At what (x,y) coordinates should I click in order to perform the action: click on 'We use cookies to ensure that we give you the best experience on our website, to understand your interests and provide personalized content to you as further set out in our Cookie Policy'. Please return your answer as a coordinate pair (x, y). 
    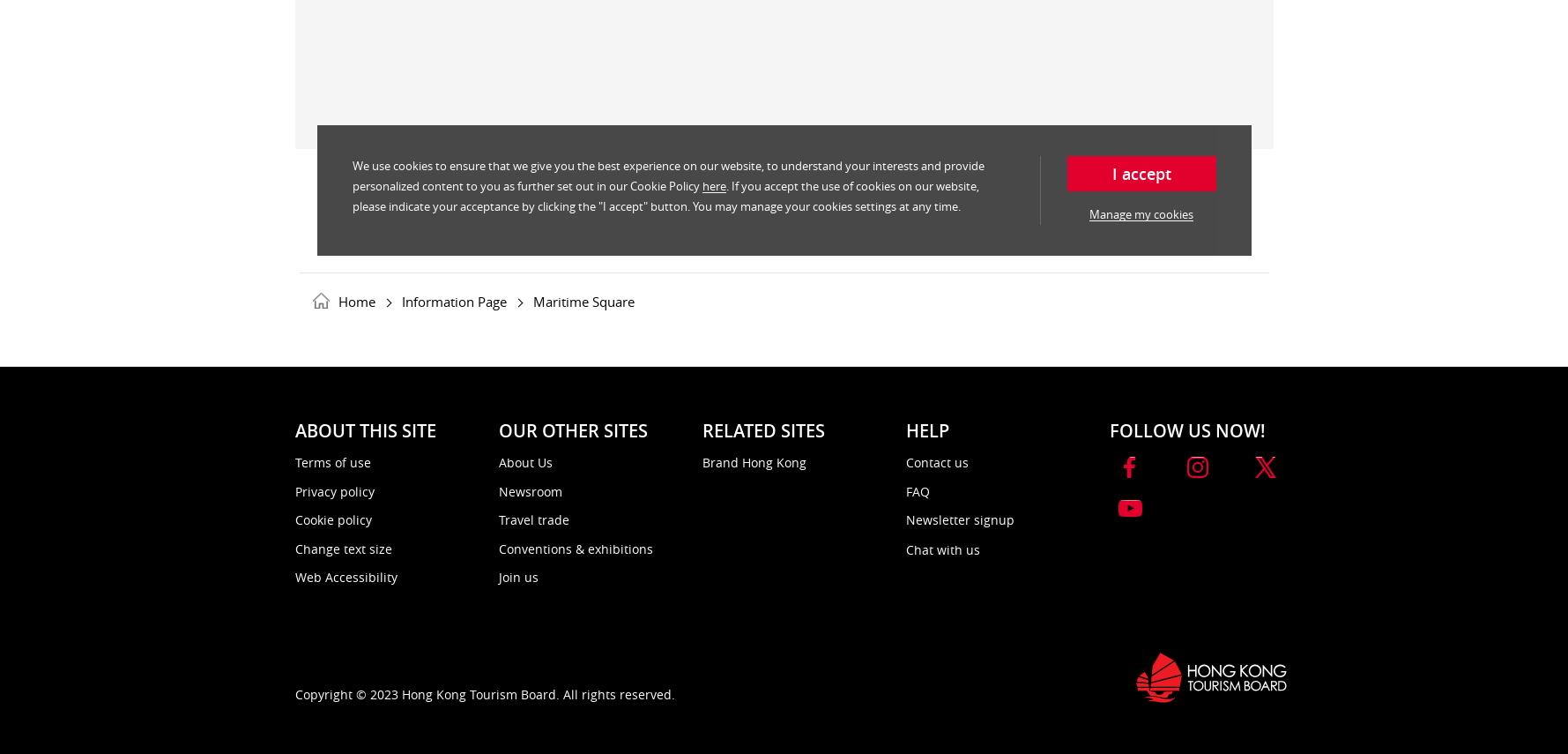
    Looking at the image, I should click on (666, 175).